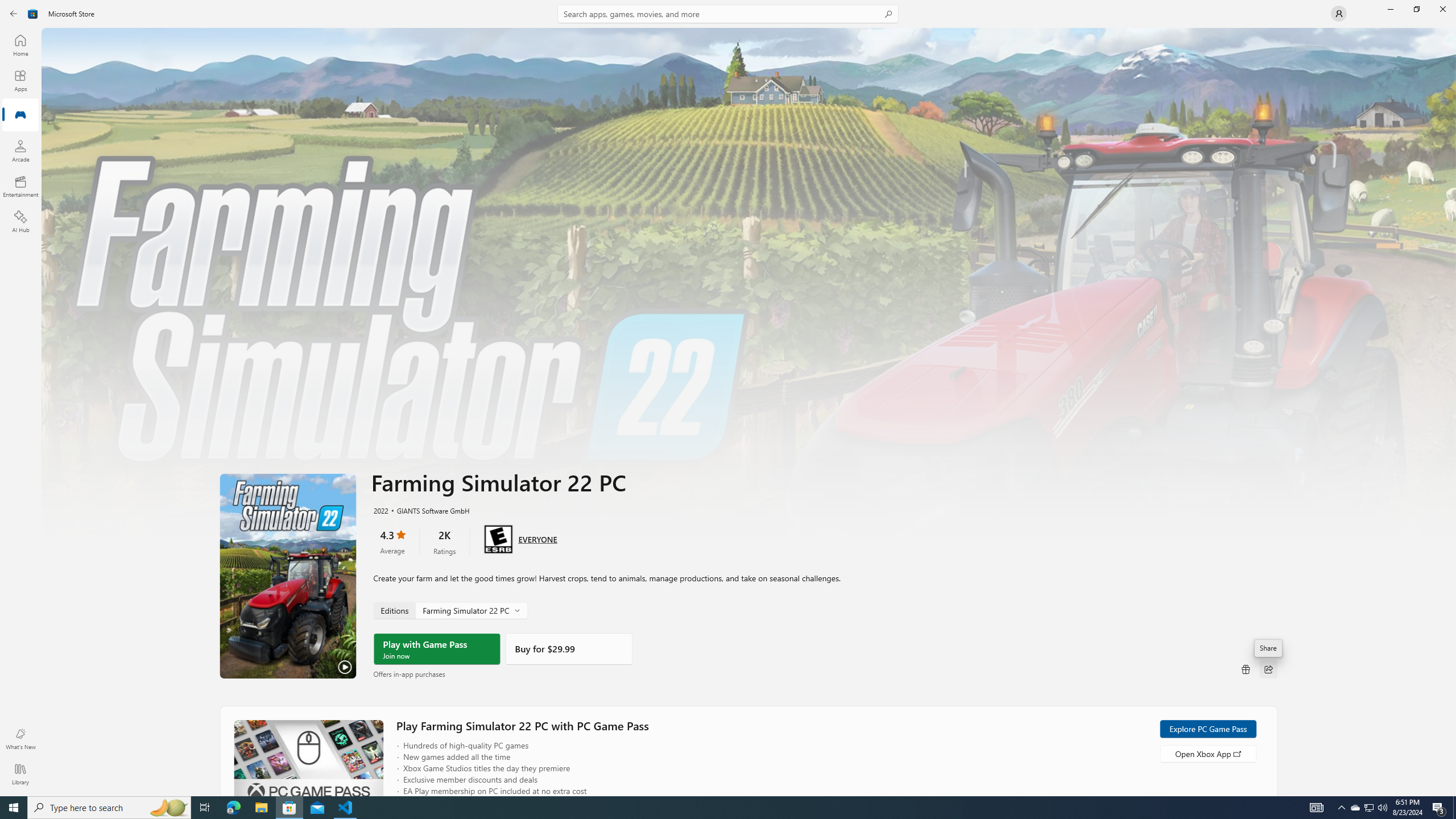 The image size is (1456, 819). Describe the element at coordinates (1268, 668) in the screenshot. I see `'Share'` at that location.